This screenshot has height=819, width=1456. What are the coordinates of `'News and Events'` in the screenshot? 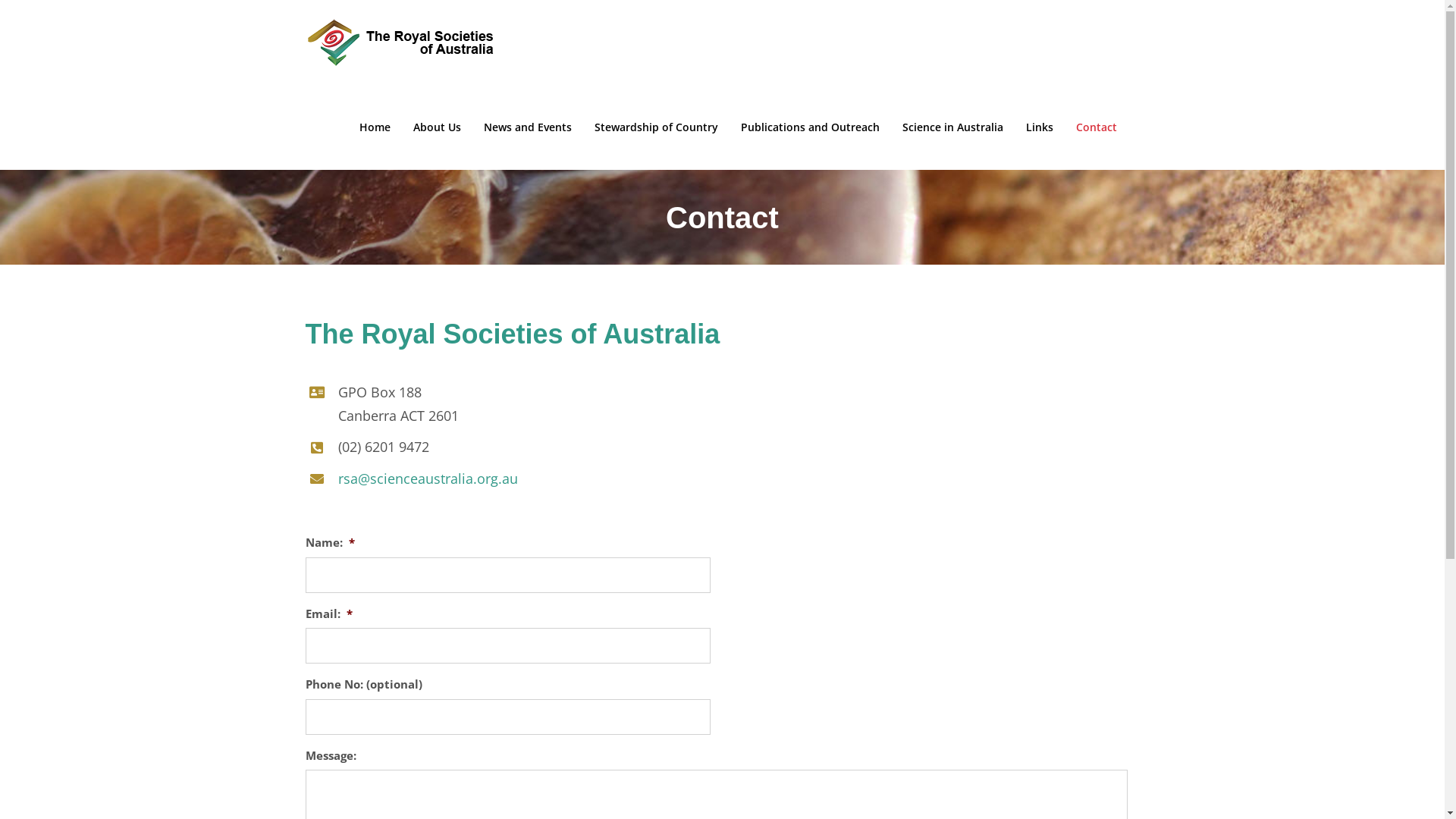 It's located at (528, 127).